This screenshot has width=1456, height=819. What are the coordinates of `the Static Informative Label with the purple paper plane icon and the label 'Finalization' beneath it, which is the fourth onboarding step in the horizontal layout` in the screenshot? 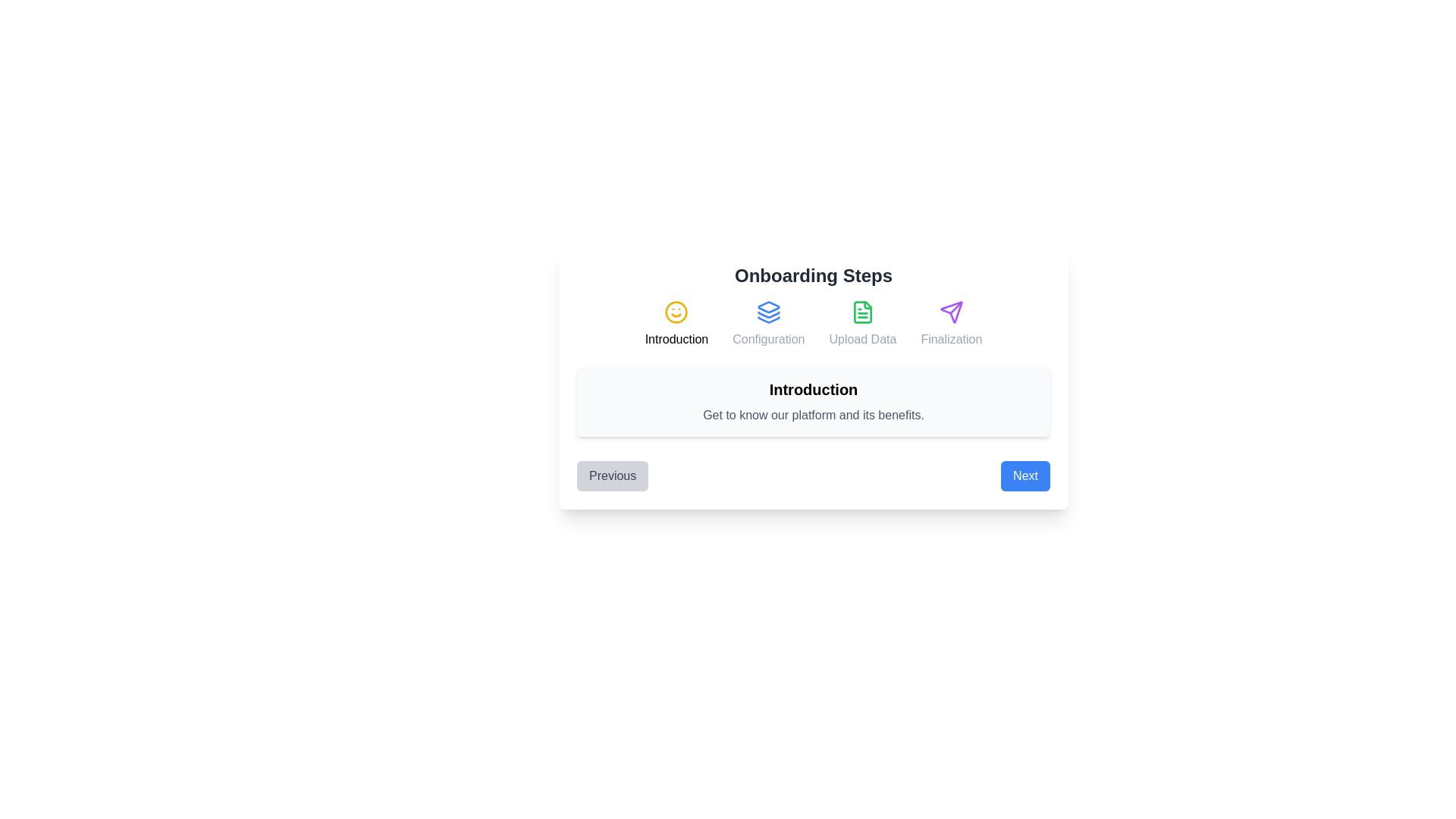 It's located at (950, 324).